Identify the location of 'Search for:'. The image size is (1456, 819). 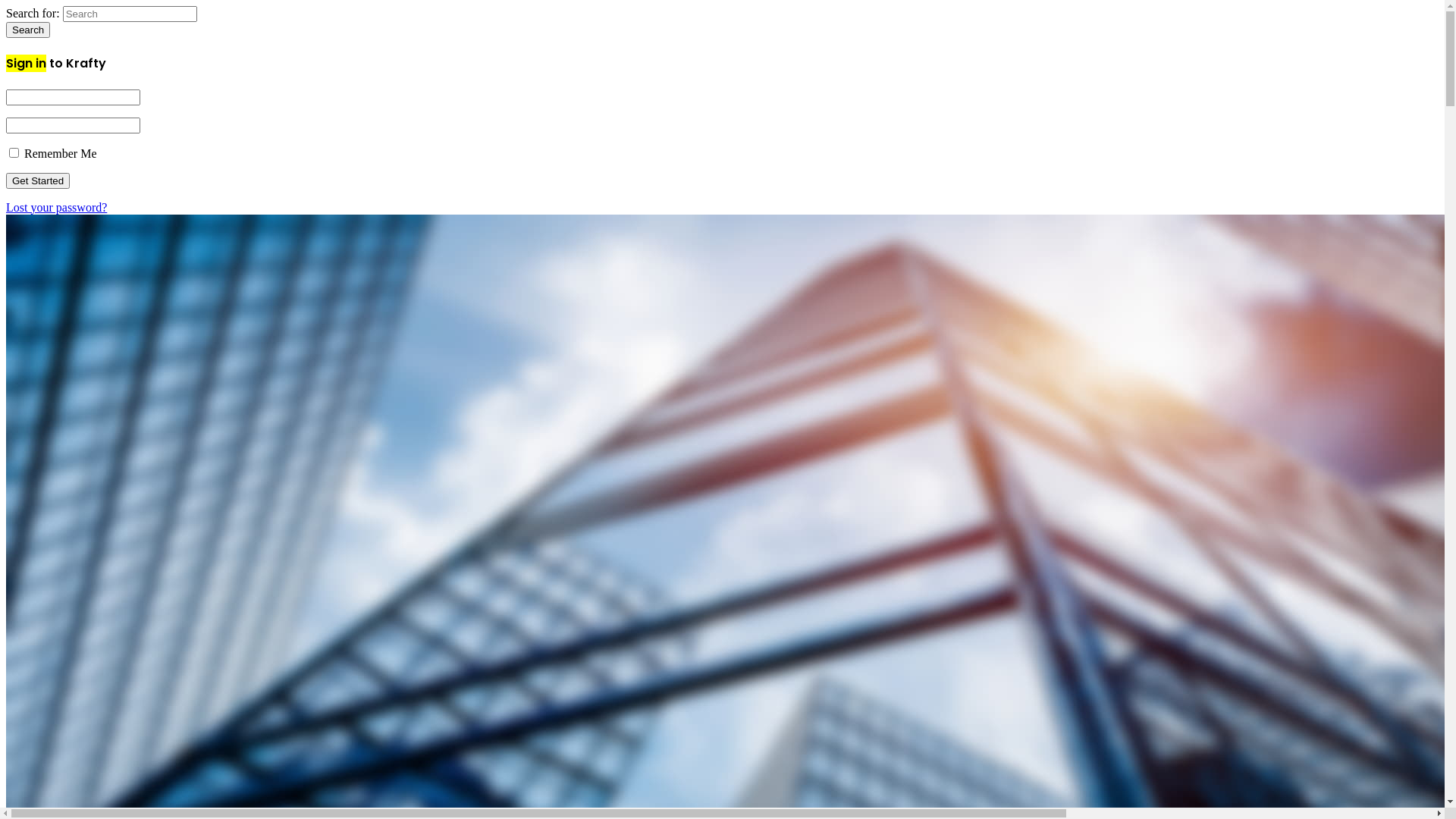
(130, 14).